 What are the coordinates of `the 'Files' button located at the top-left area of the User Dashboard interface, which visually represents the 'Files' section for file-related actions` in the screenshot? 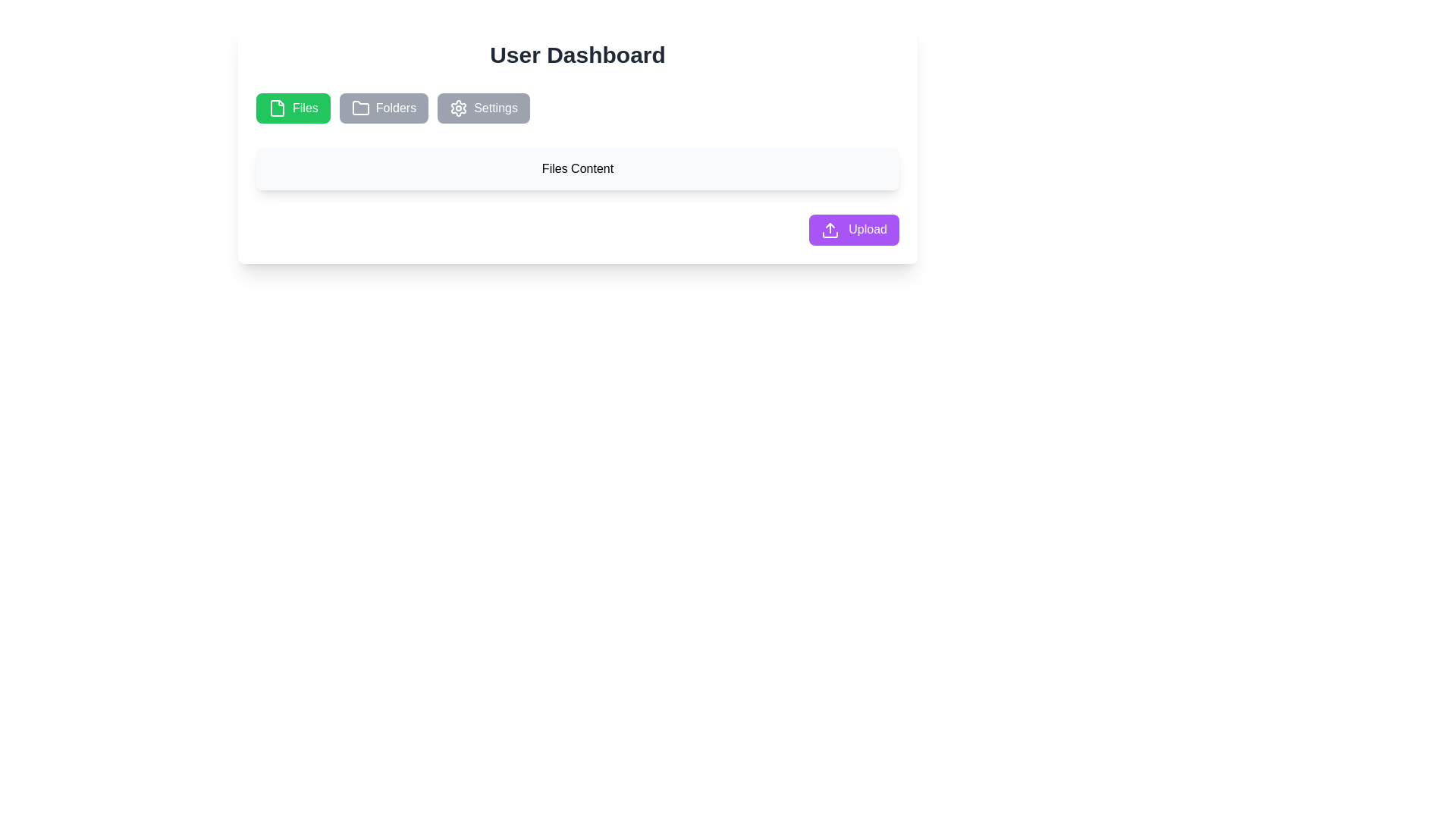 It's located at (277, 107).